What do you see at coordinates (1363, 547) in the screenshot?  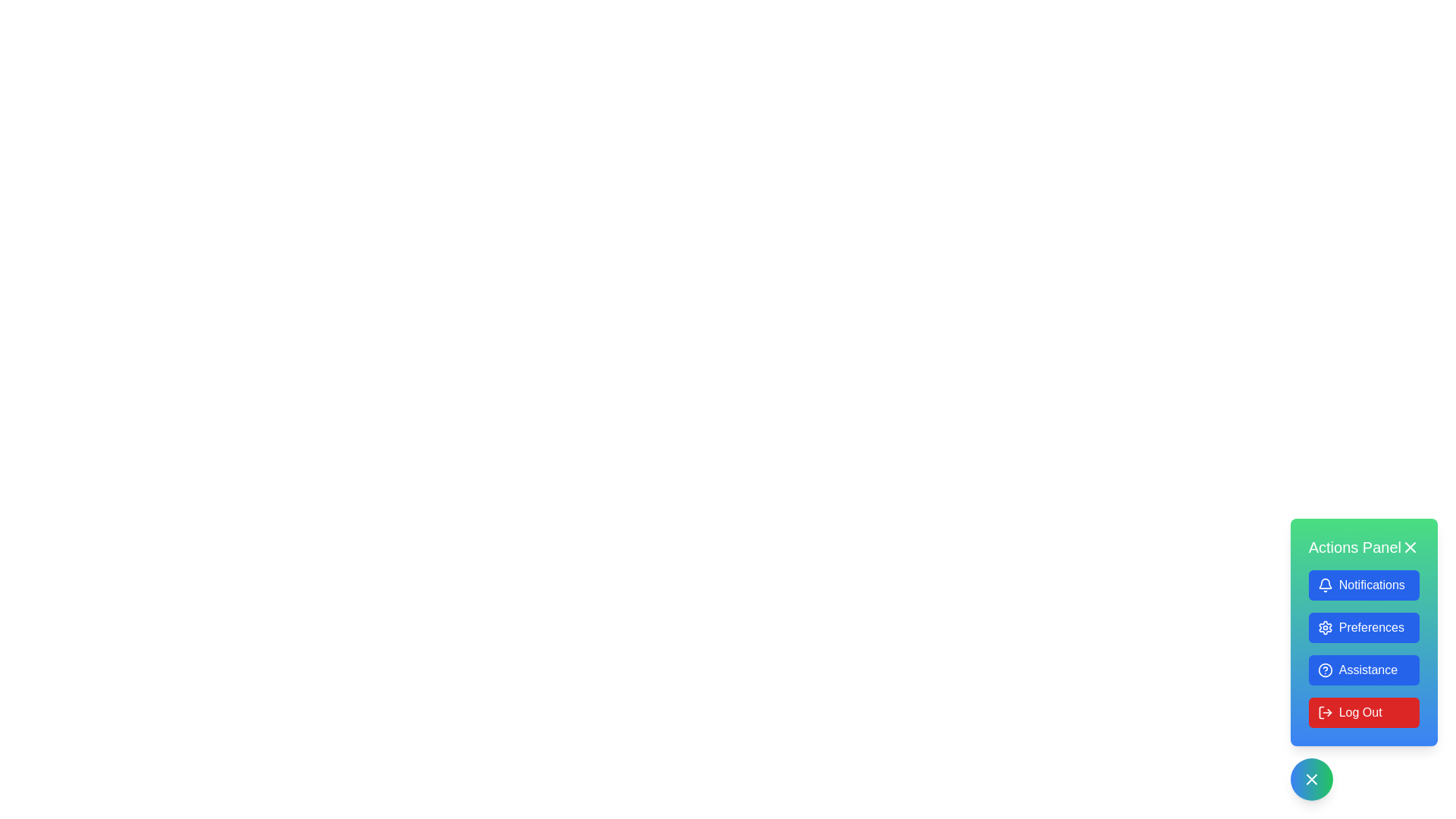 I see `the close button (represented by an 'X' icon) on the 'Actions Panel' header` at bounding box center [1363, 547].